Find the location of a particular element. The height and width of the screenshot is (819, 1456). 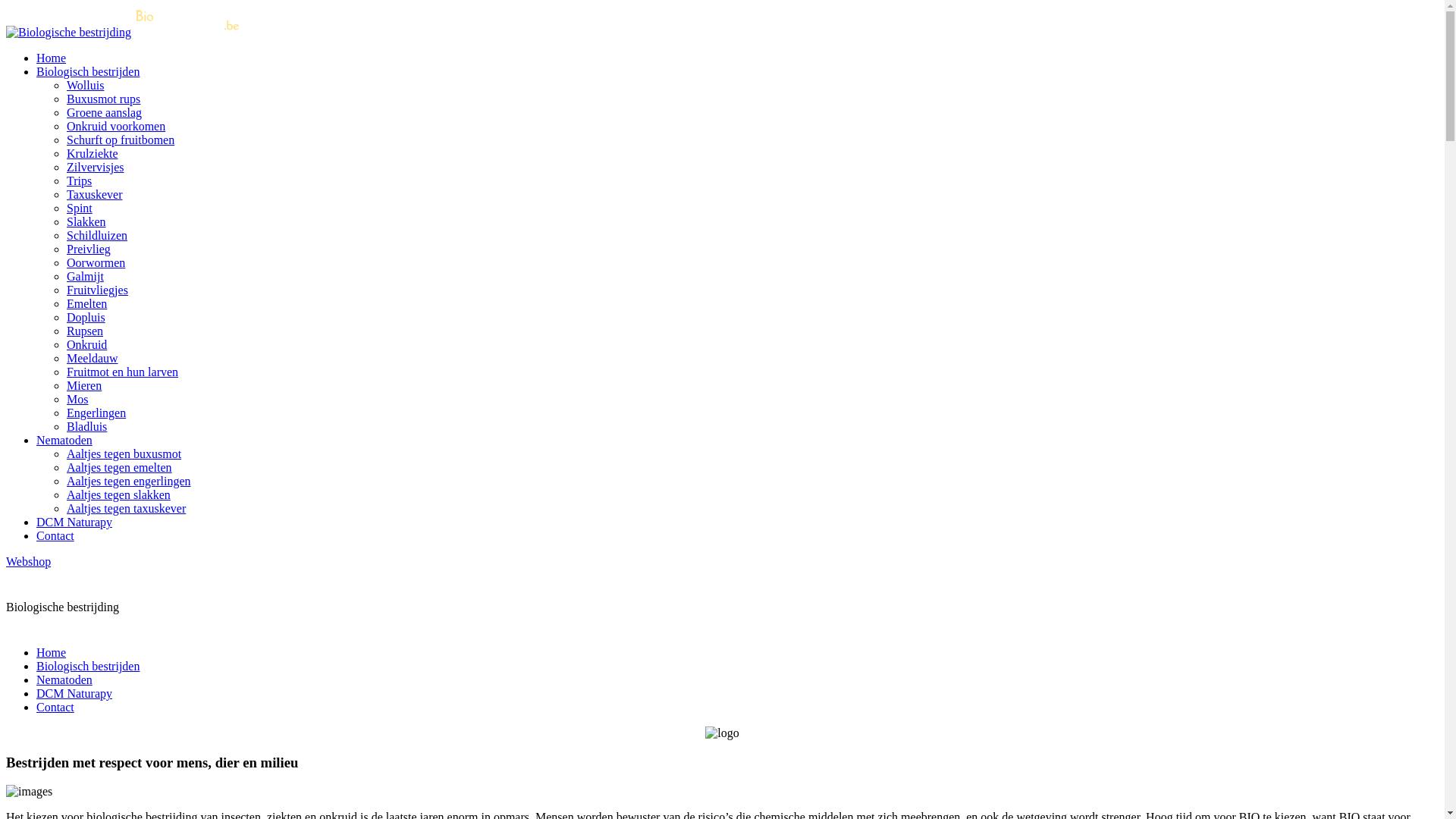

'Biologisch bestrijden' is located at coordinates (86, 71).